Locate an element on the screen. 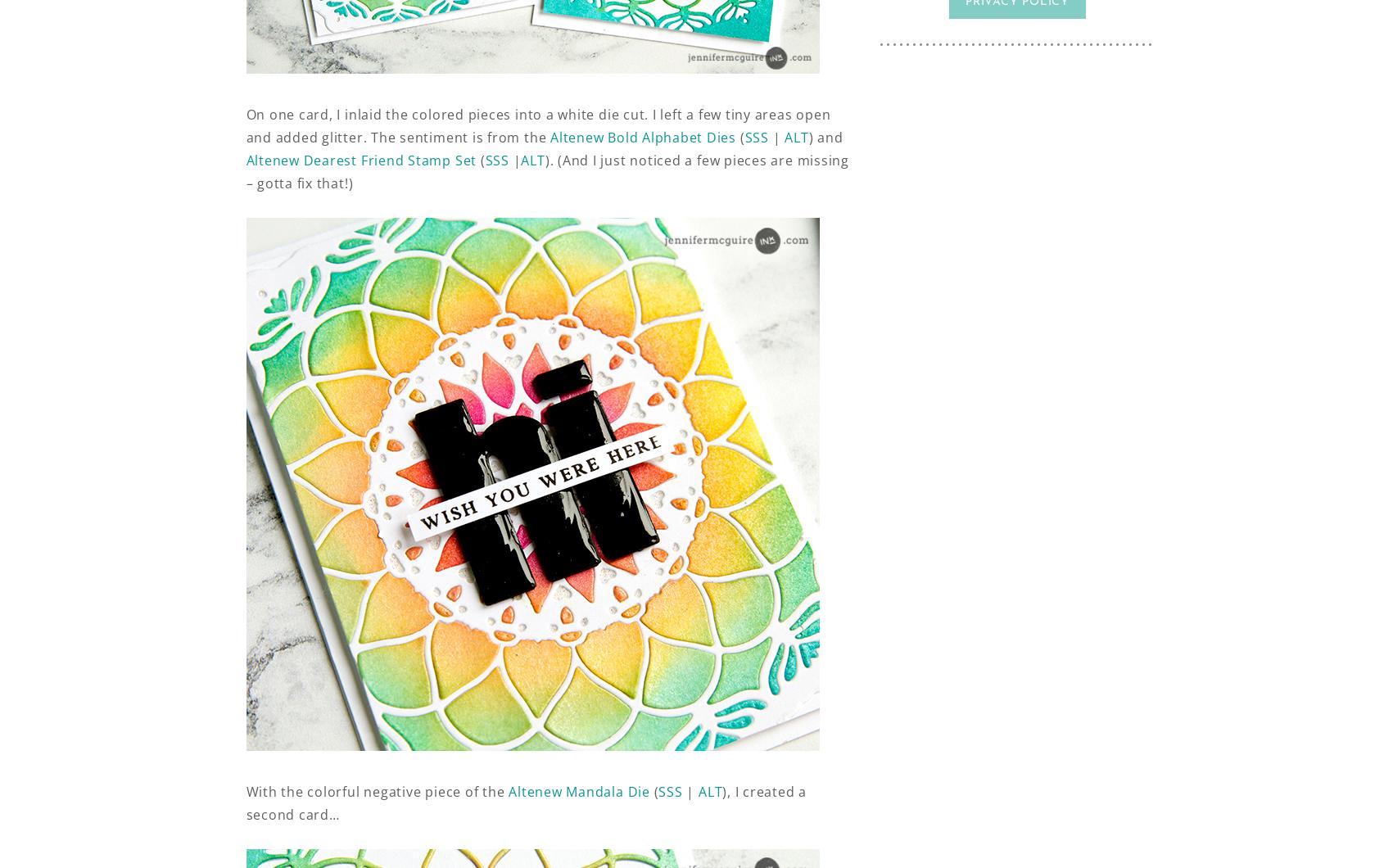 The width and height of the screenshot is (1393, 868). ') and' is located at coordinates (825, 137).